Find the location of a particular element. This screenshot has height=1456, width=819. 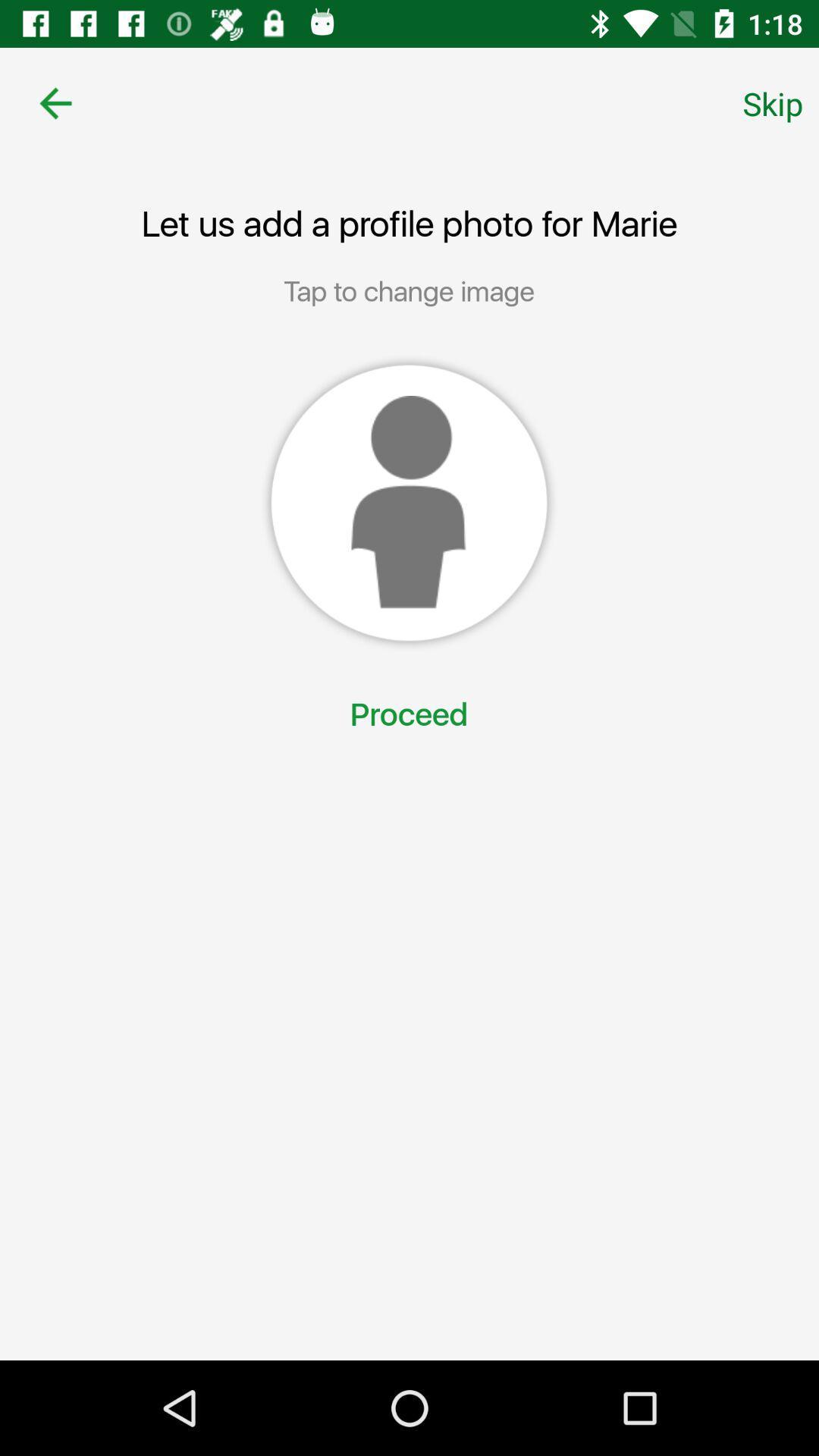

the skip is located at coordinates (773, 102).